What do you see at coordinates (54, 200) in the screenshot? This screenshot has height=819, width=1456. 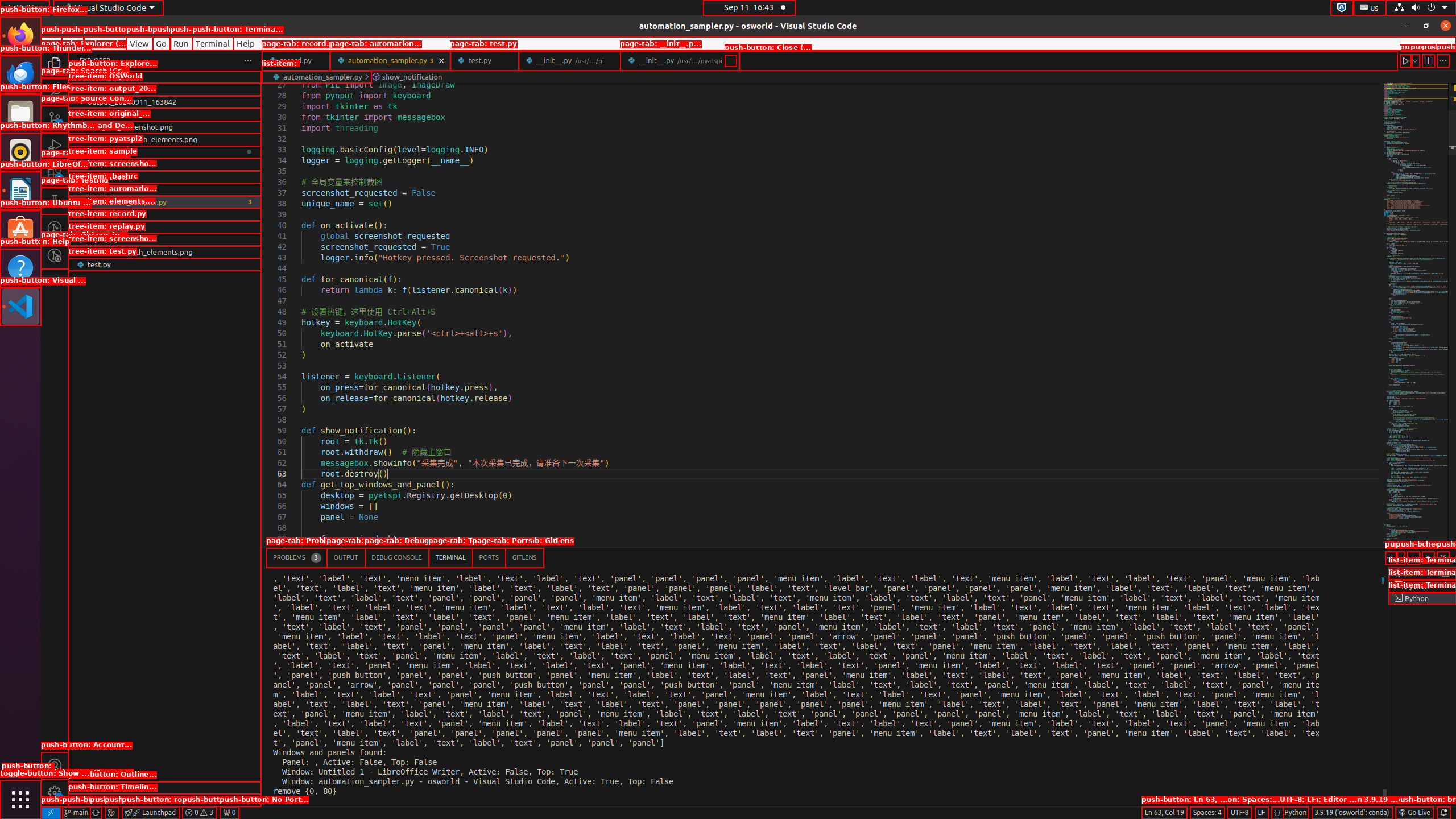 I see `'Testing'` at bounding box center [54, 200].